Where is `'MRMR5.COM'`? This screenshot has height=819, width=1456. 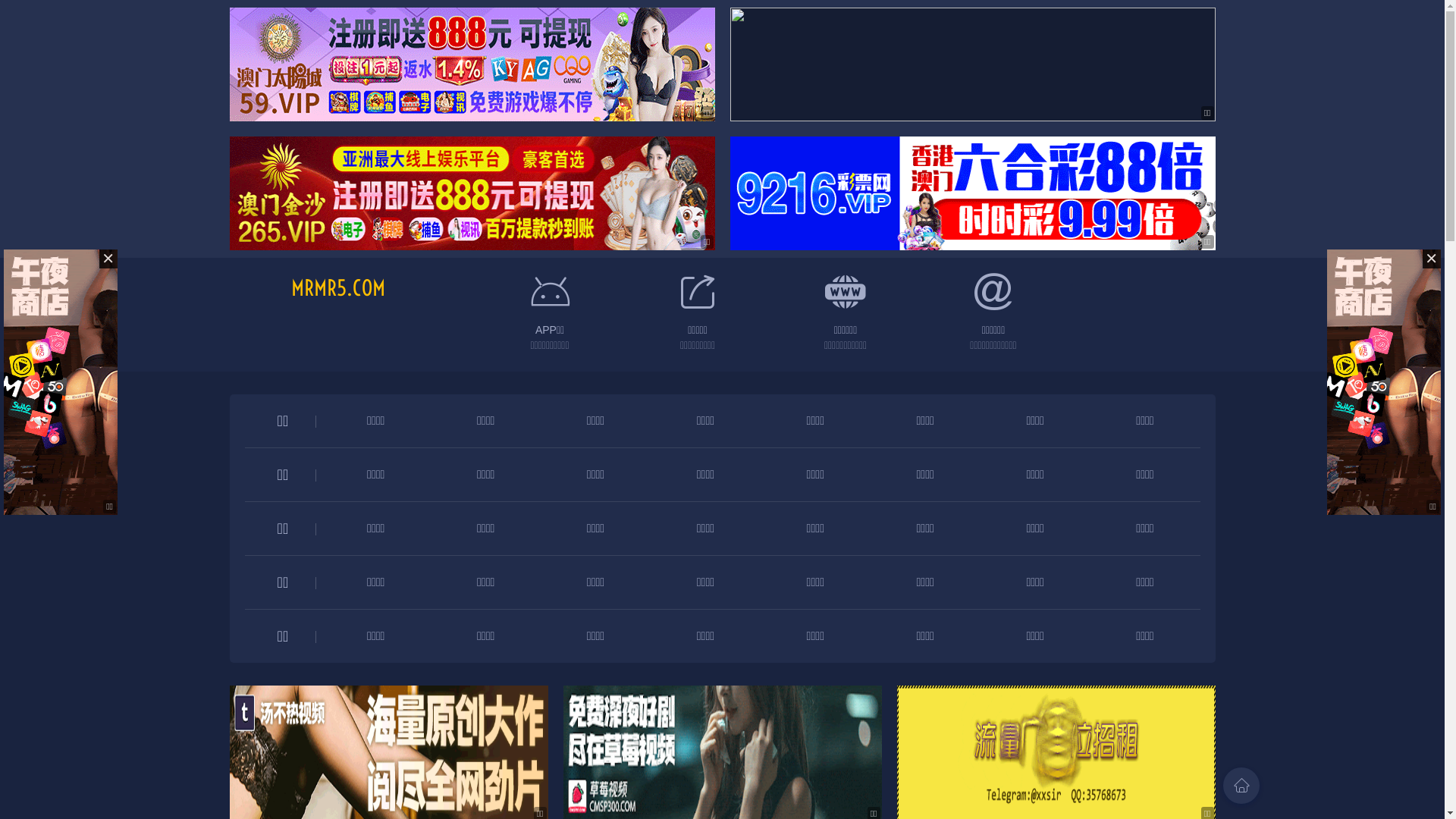 'MRMR5.COM' is located at coordinates (337, 287).